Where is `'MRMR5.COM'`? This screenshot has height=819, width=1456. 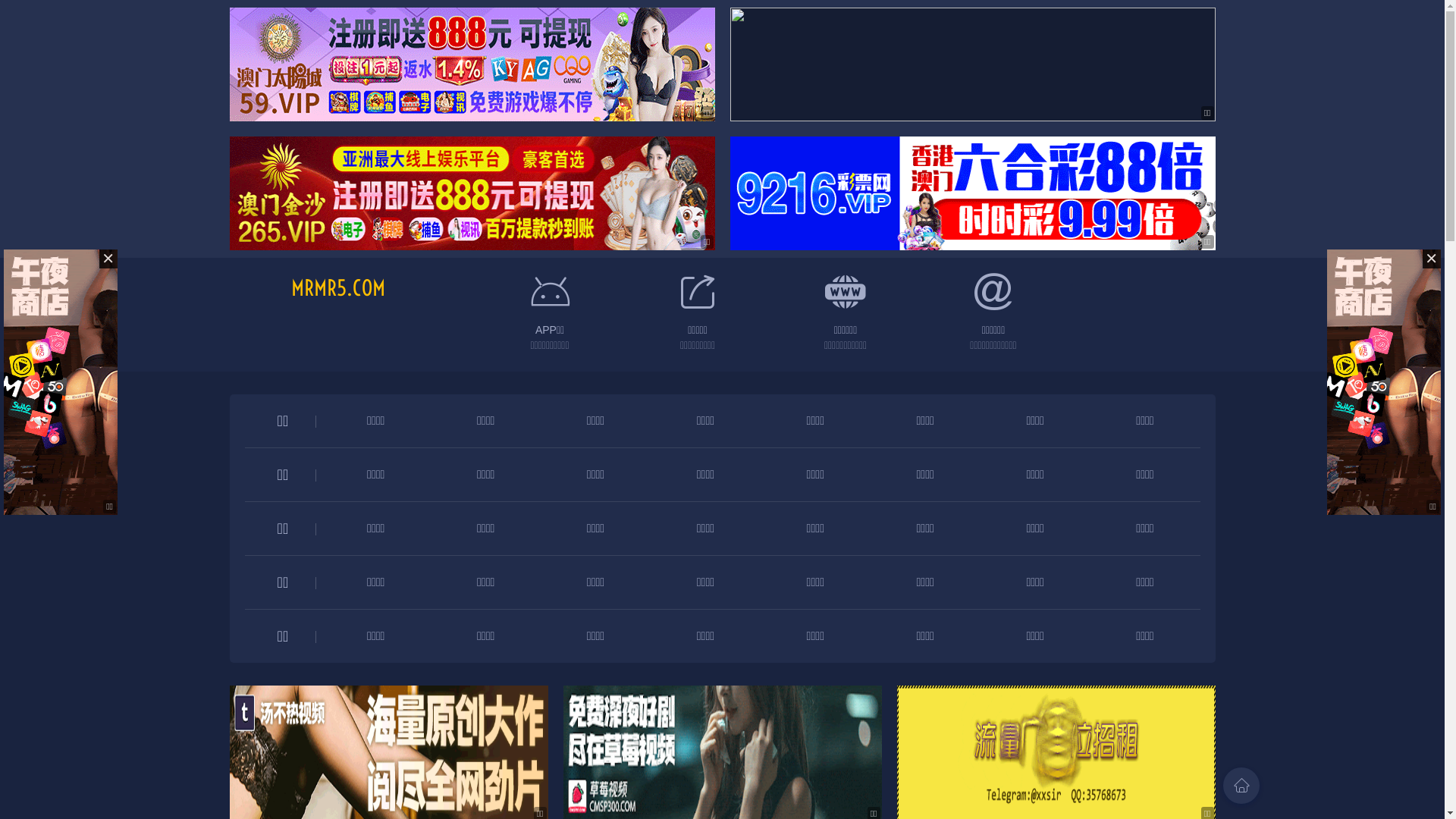 'MRMR5.COM' is located at coordinates (337, 287).